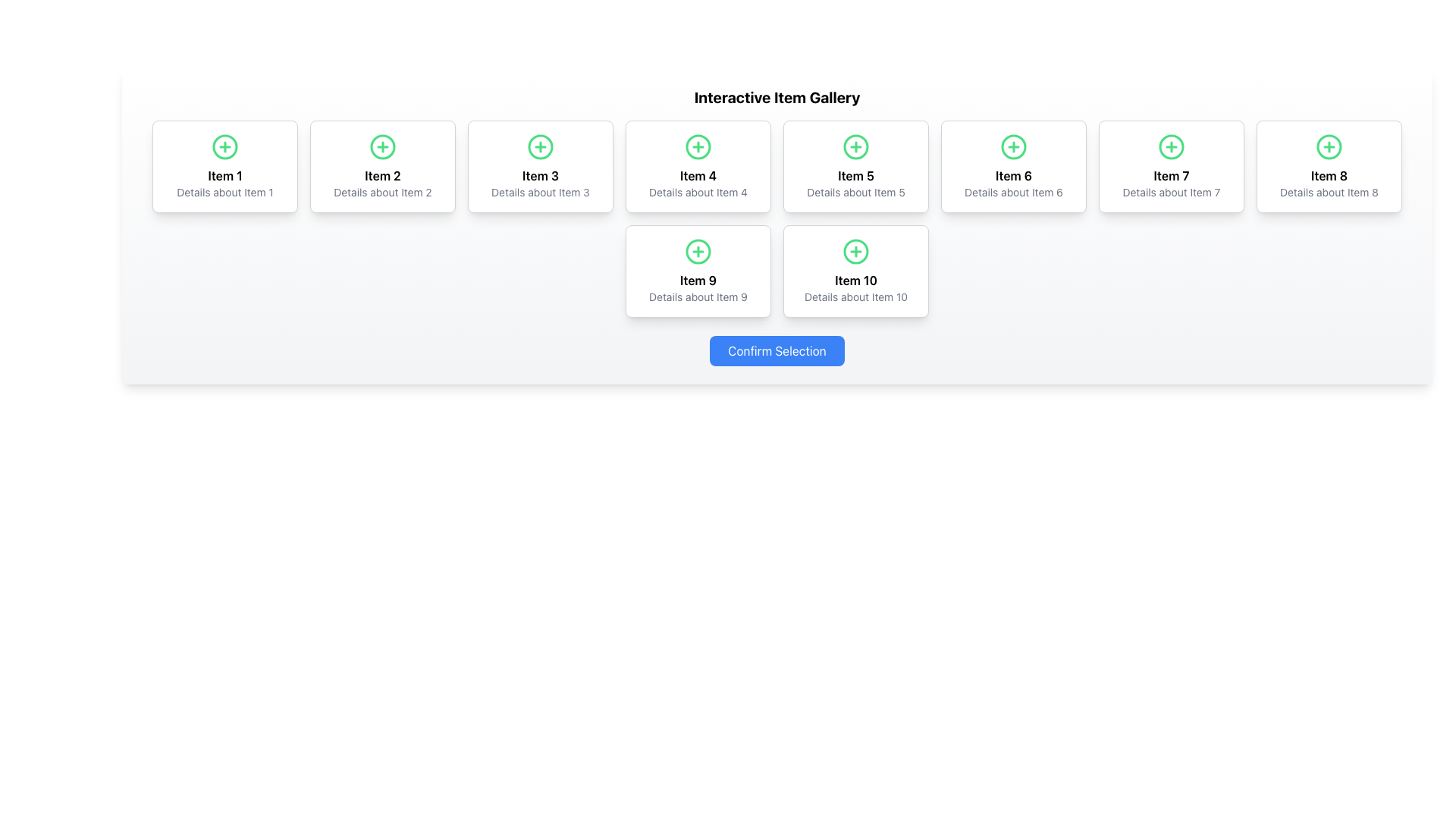 The height and width of the screenshot is (819, 1456). I want to click on descriptive label located below 'Item 2' within its card in the second position of the grid layout, so click(382, 192).